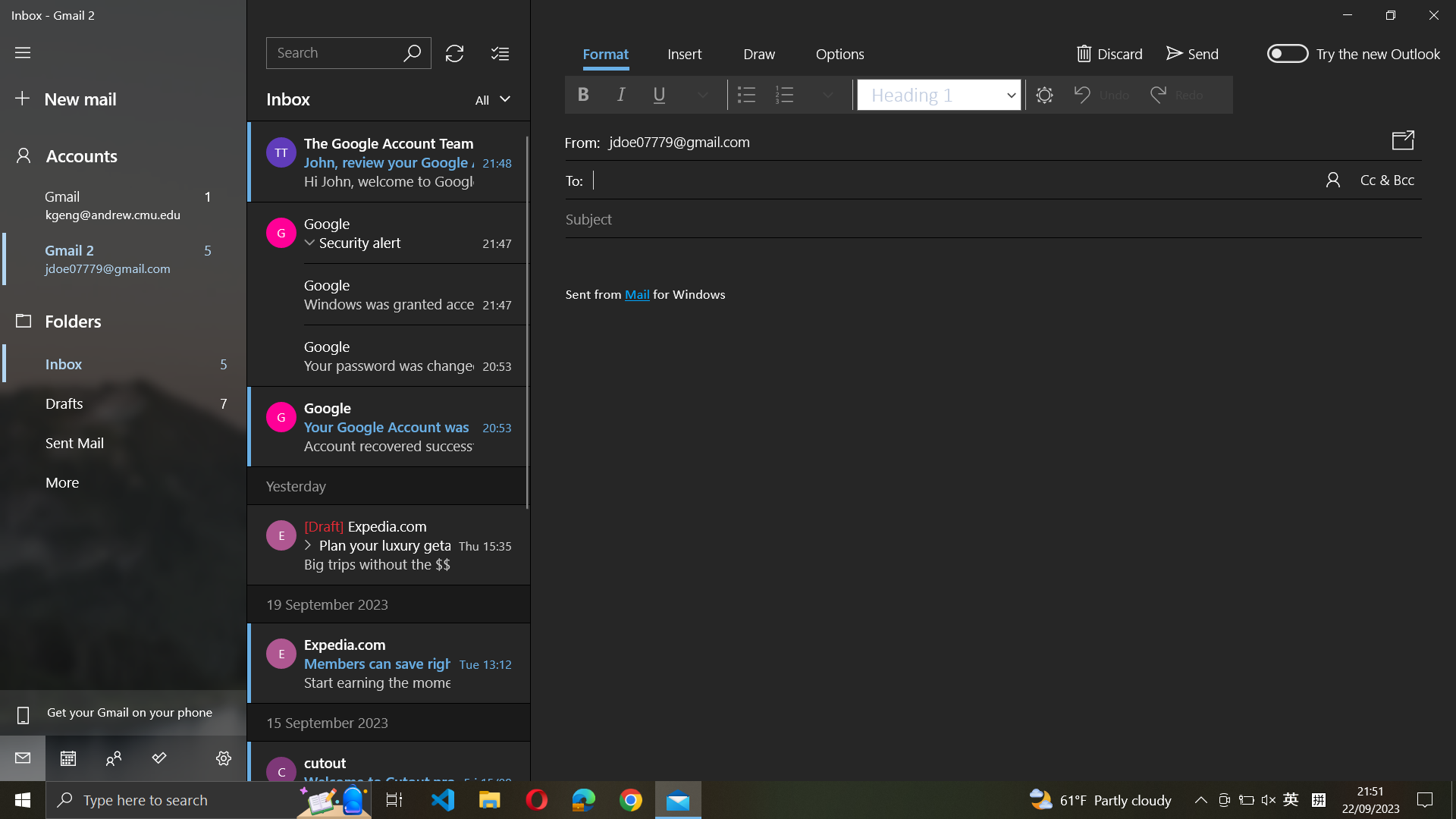  What do you see at coordinates (998, 479) in the screenshot?
I see `Replace existing signature with "John" and apply underline styling` at bounding box center [998, 479].